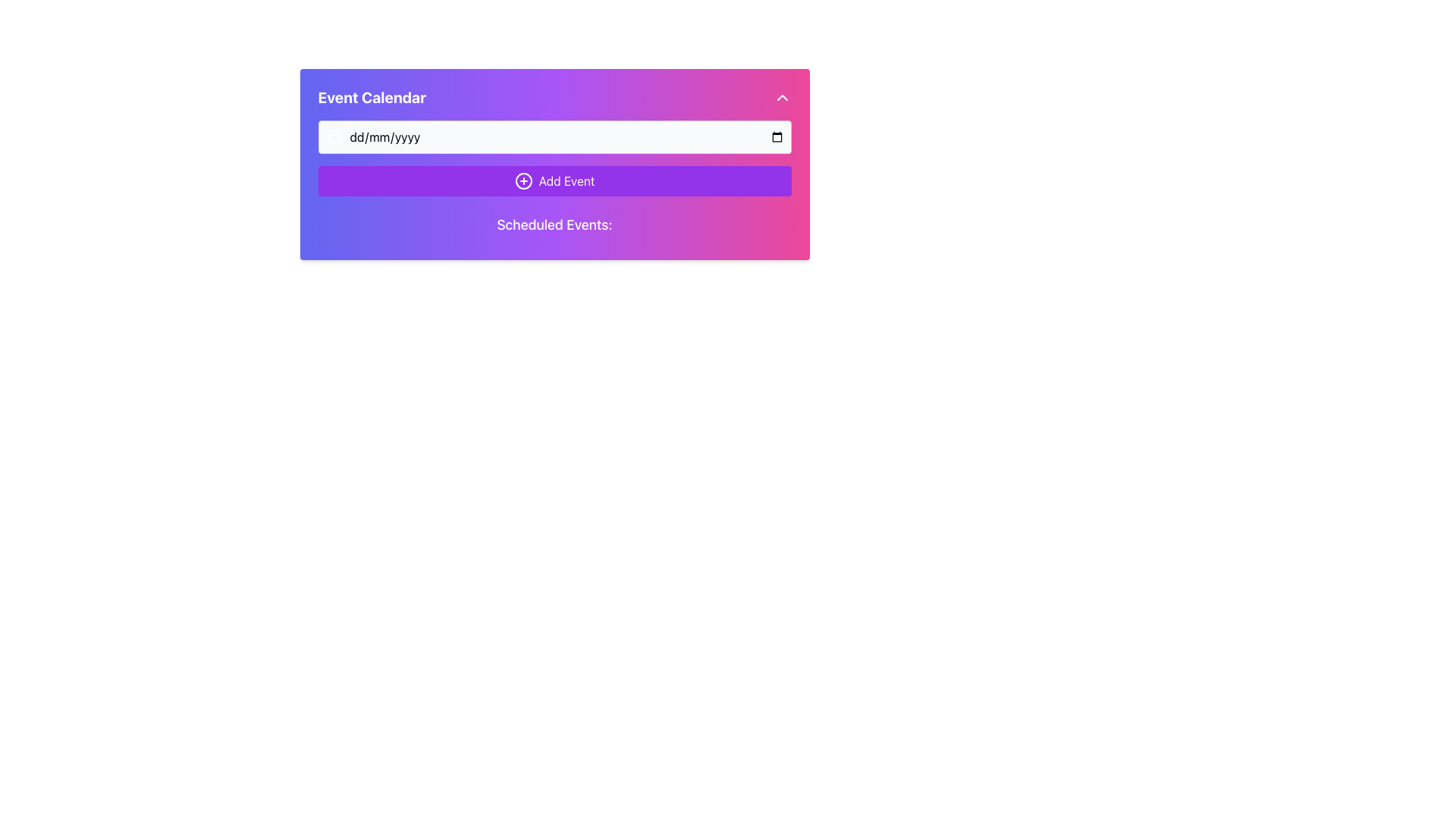 The height and width of the screenshot is (819, 1456). I want to click on the Title bar element displaying 'Event Calendar' located at the top of the card component, which has a gradient background from indigo to pink, so click(554, 97).